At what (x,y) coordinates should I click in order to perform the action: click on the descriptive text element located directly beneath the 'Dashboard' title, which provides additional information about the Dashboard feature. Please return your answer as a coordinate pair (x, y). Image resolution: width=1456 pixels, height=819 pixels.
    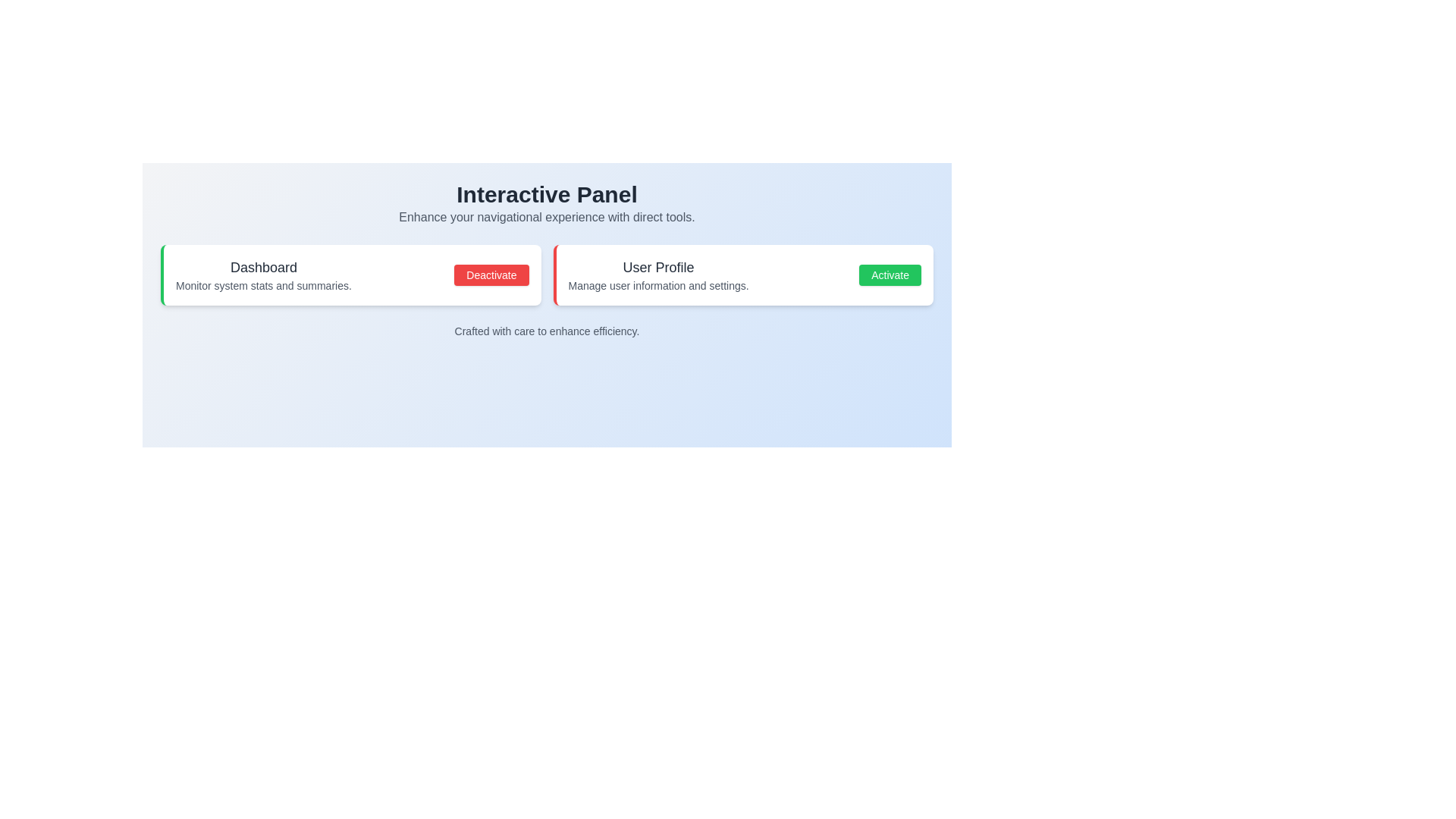
    Looking at the image, I should click on (263, 286).